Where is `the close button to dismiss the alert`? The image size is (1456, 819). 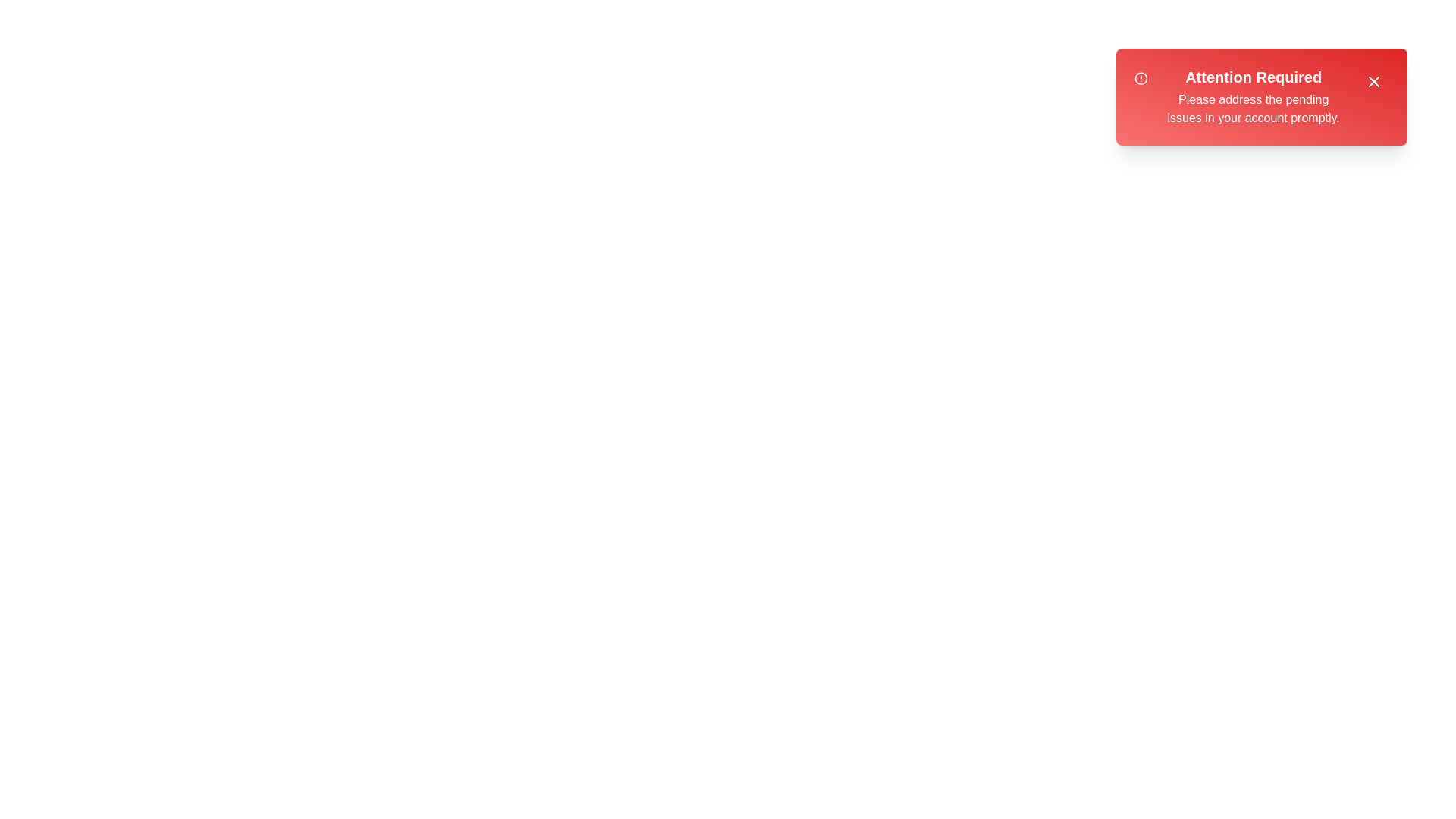
the close button to dismiss the alert is located at coordinates (1373, 82).